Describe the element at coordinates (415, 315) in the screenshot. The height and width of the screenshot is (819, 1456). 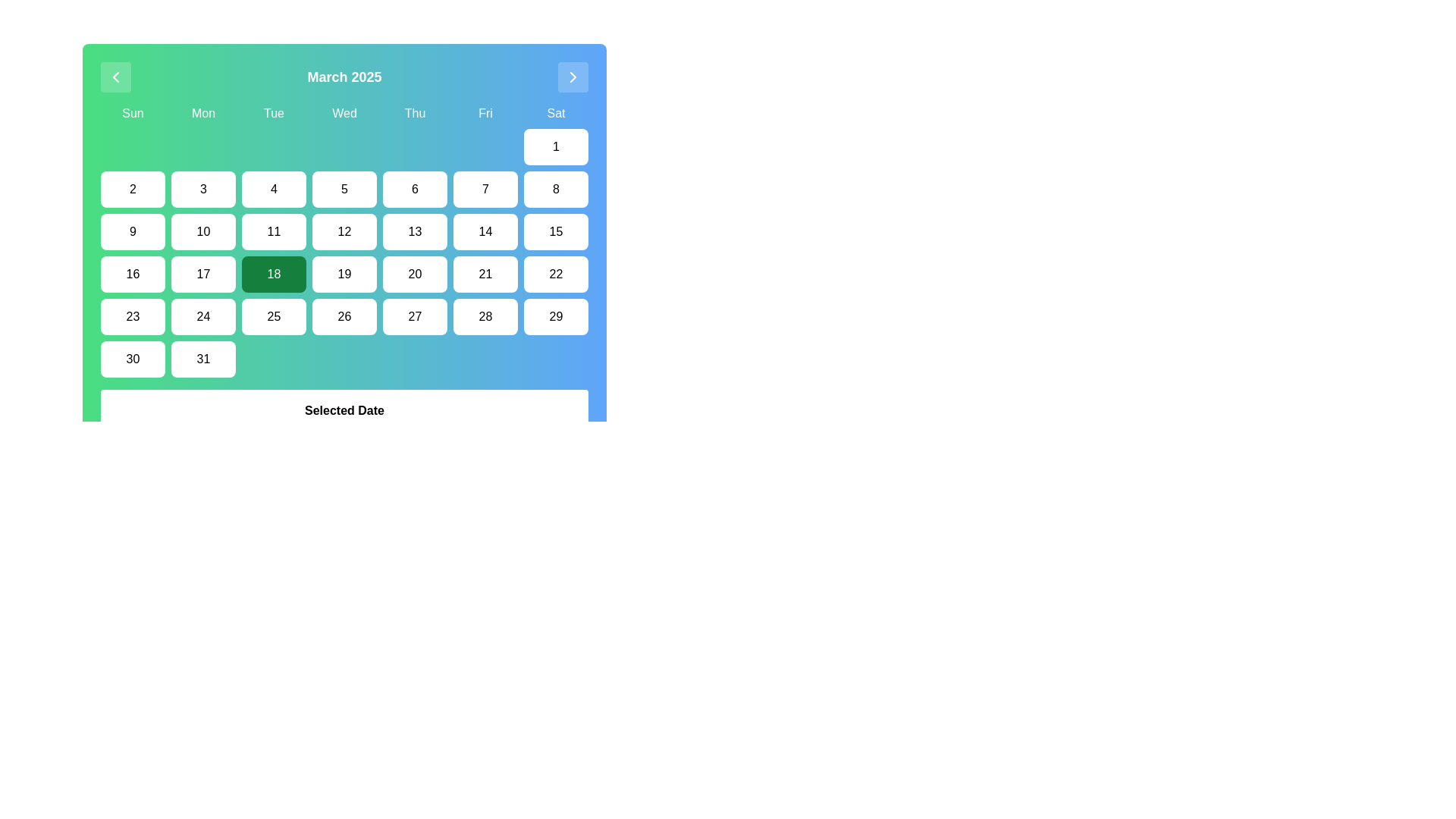
I see `the button labeled '27' in the last row of the calendar grid, which represents Friday` at that location.